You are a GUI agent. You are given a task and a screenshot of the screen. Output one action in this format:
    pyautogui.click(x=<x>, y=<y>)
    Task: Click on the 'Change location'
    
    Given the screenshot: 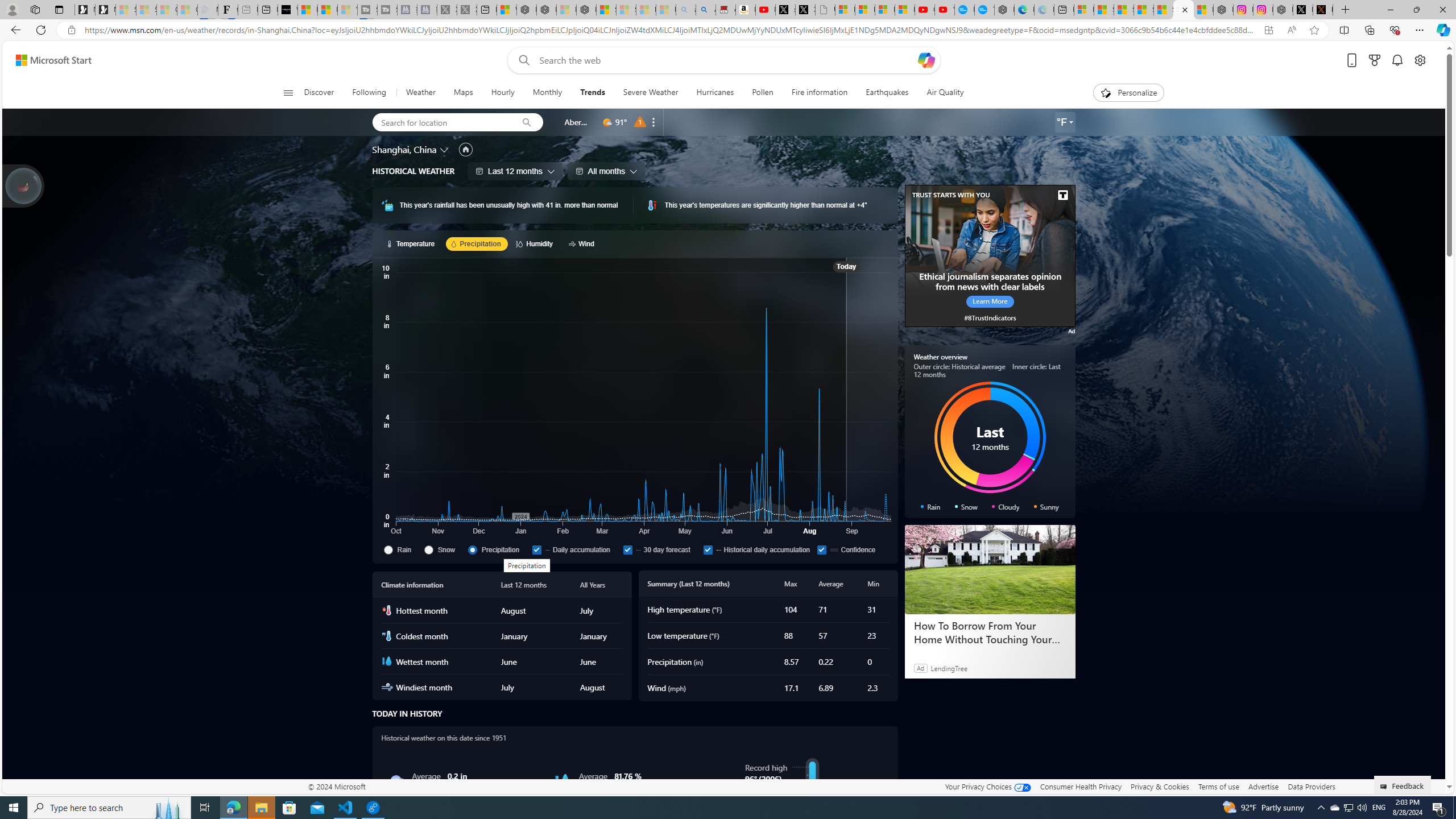 What is the action you would take?
    pyautogui.click(x=445, y=150)
    